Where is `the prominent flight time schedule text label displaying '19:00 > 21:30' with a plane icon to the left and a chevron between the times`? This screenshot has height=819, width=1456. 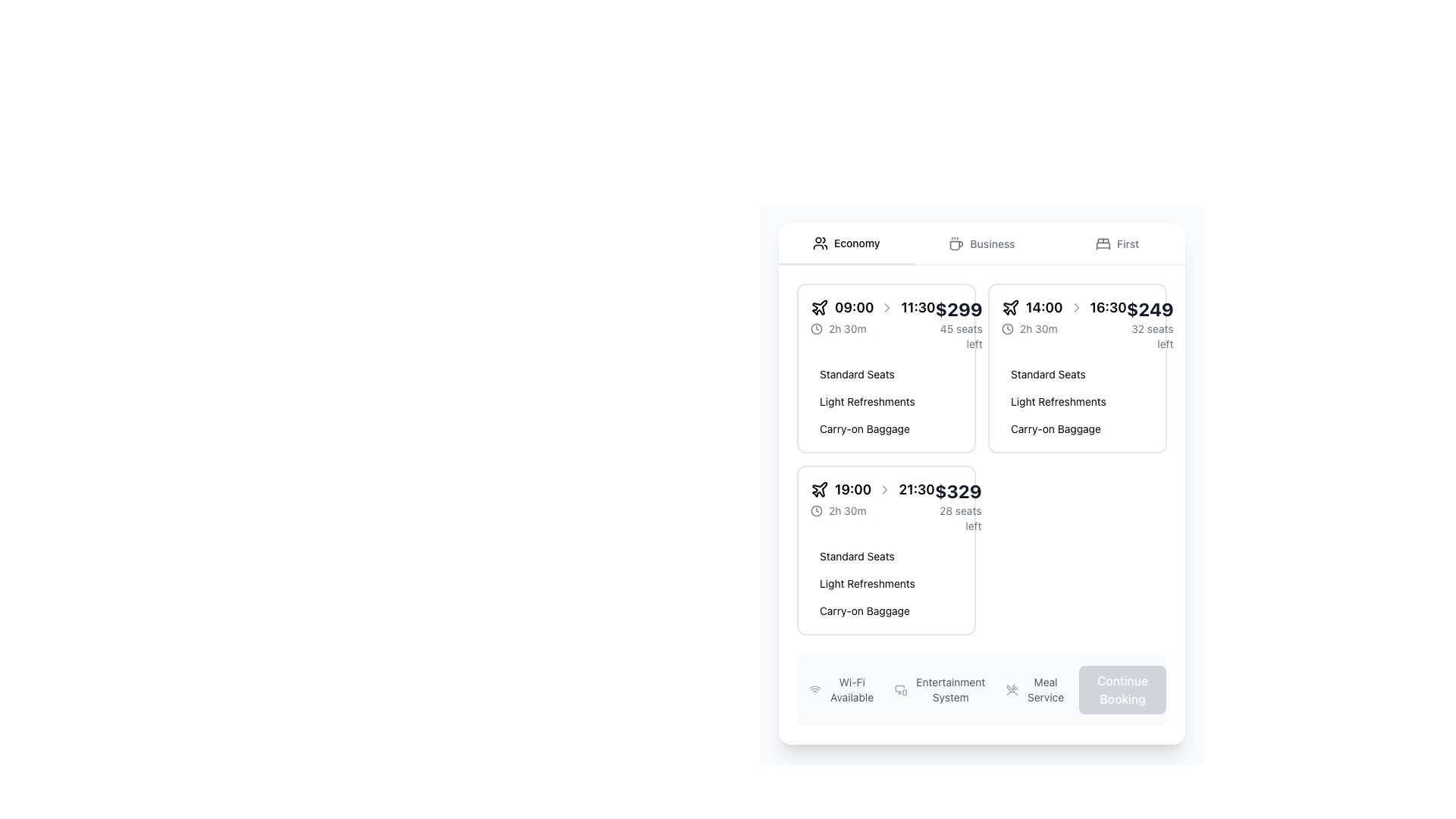
the prominent flight time schedule text label displaying '19:00 > 21:30' with a plane icon to the left and a chevron between the times is located at coordinates (872, 489).